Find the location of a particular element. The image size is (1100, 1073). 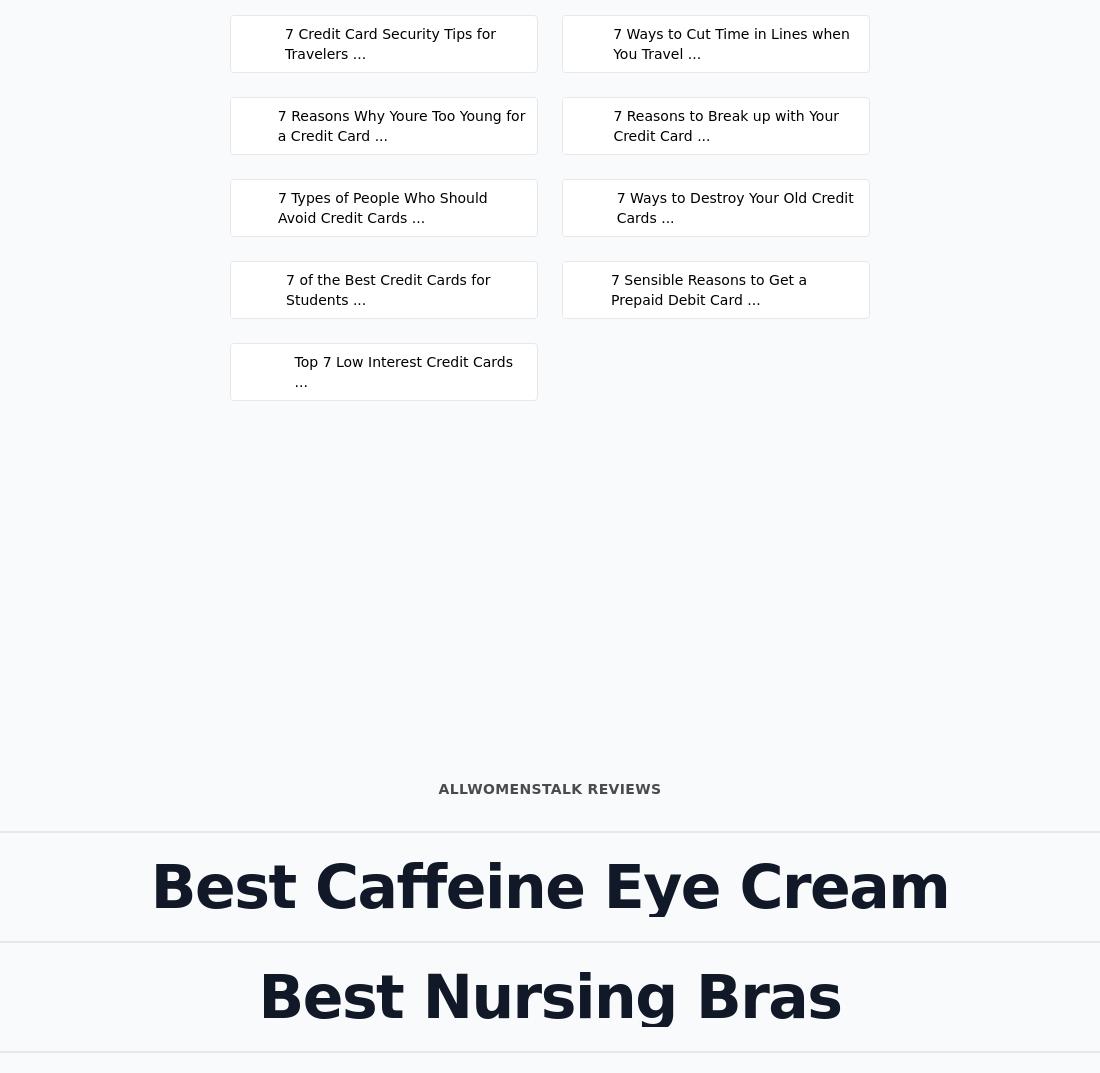

'7 Ways to Cut Time in Lines when You Travel ...' is located at coordinates (729, 42).